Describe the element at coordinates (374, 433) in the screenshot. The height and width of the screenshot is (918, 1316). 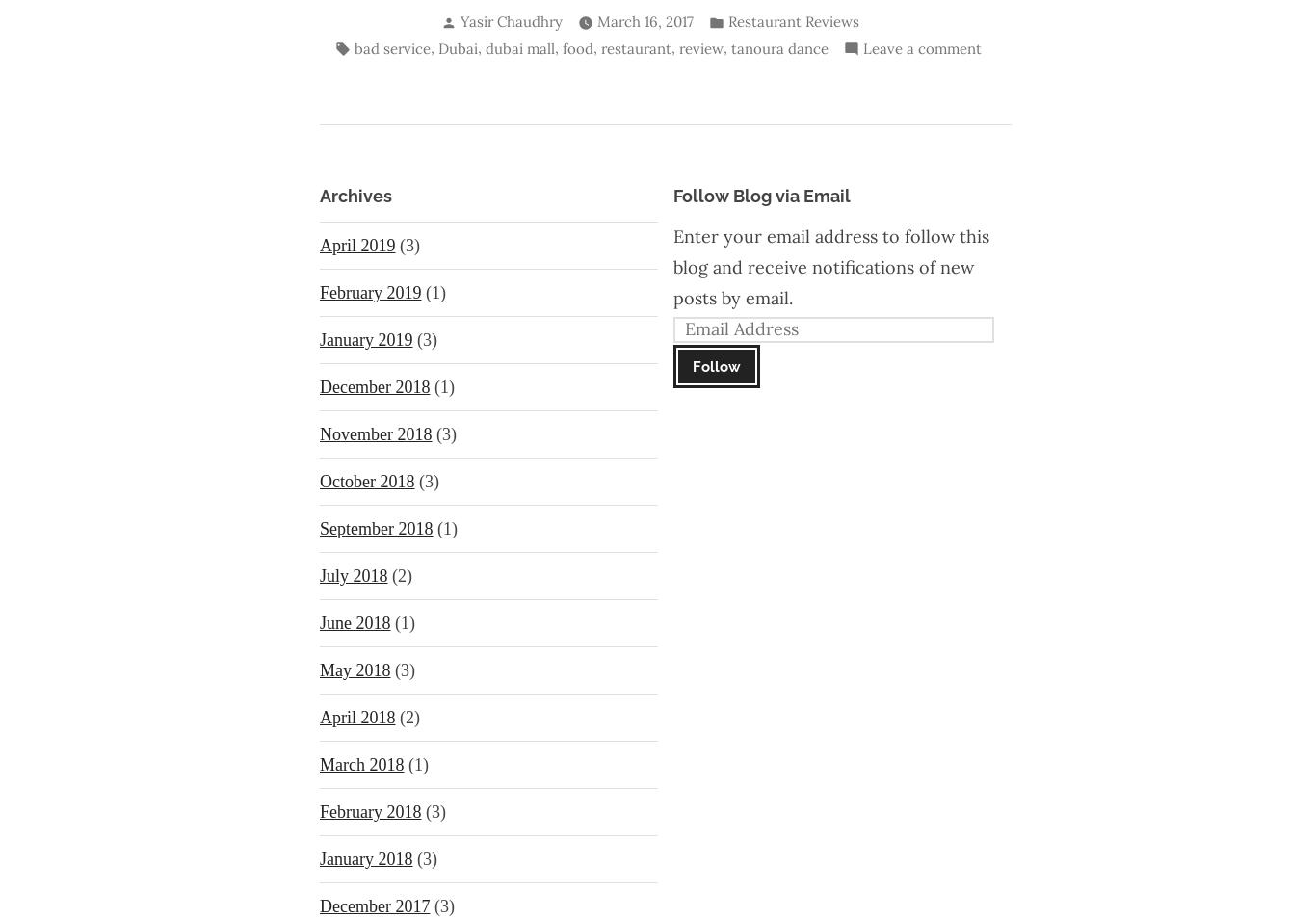
I see `'November 2018'` at that location.